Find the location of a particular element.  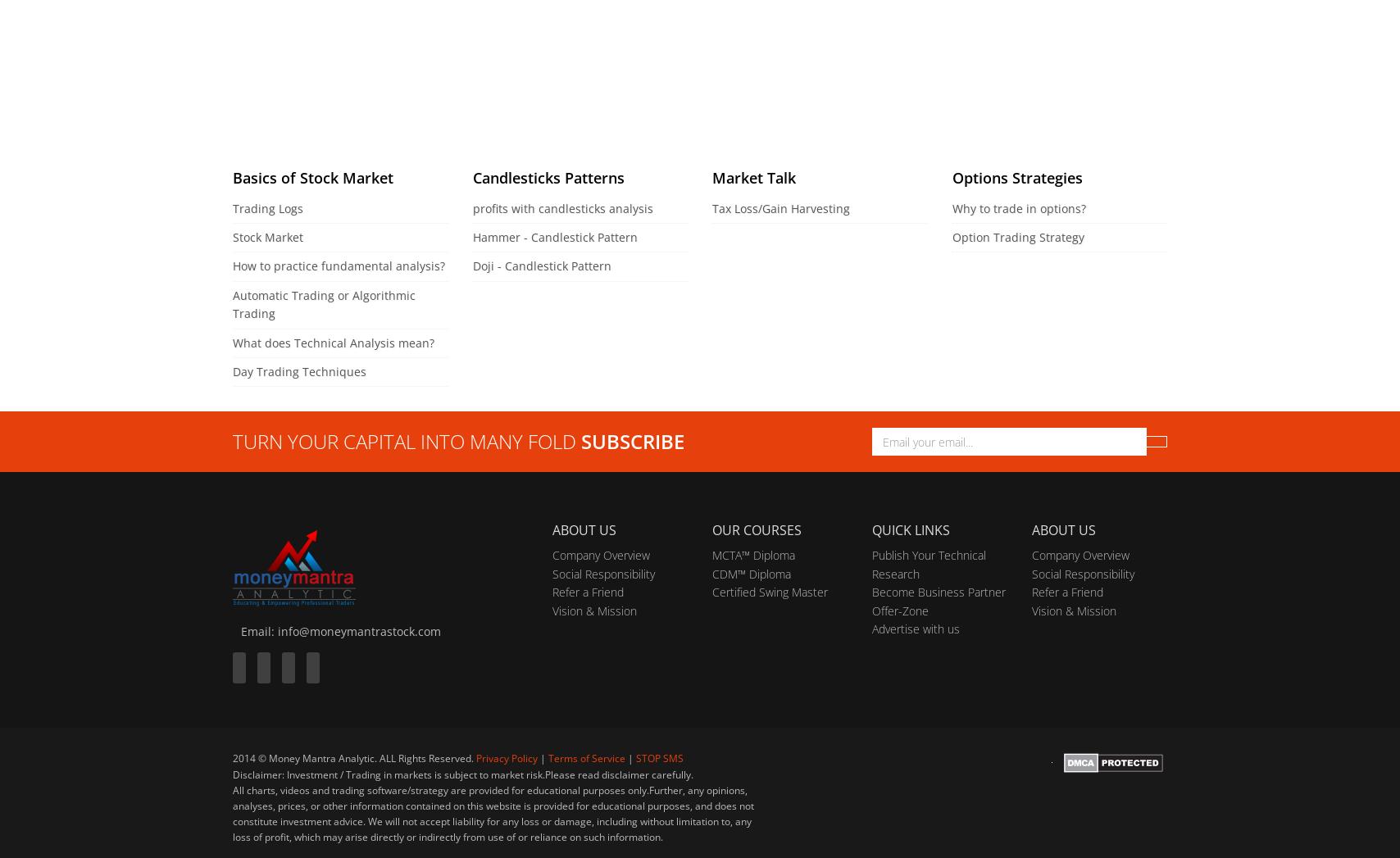

'What does Technical Analysis mean?' is located at coordinates (334, 341).